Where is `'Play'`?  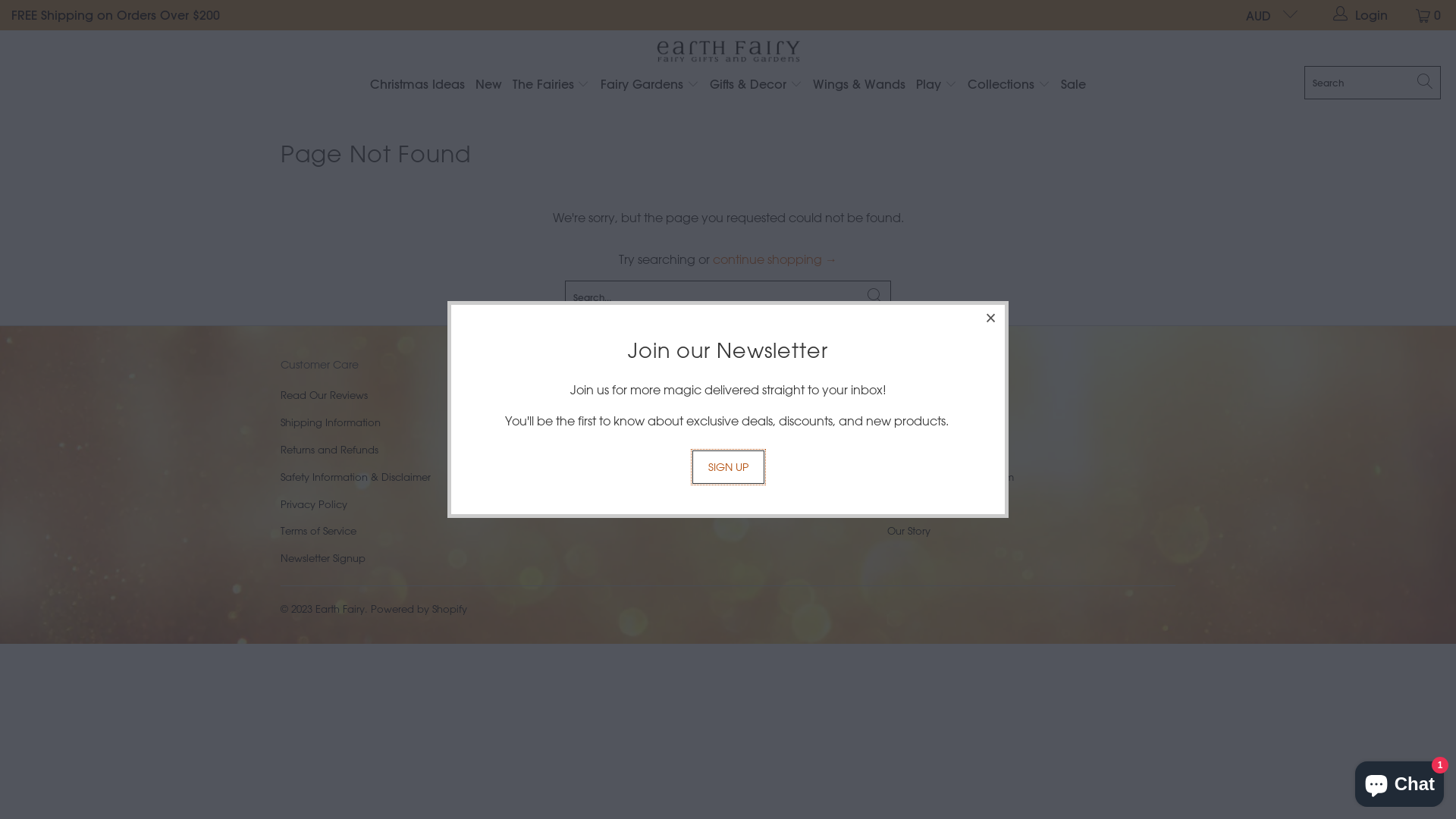 'Play' is located at coordinates (915, 85).